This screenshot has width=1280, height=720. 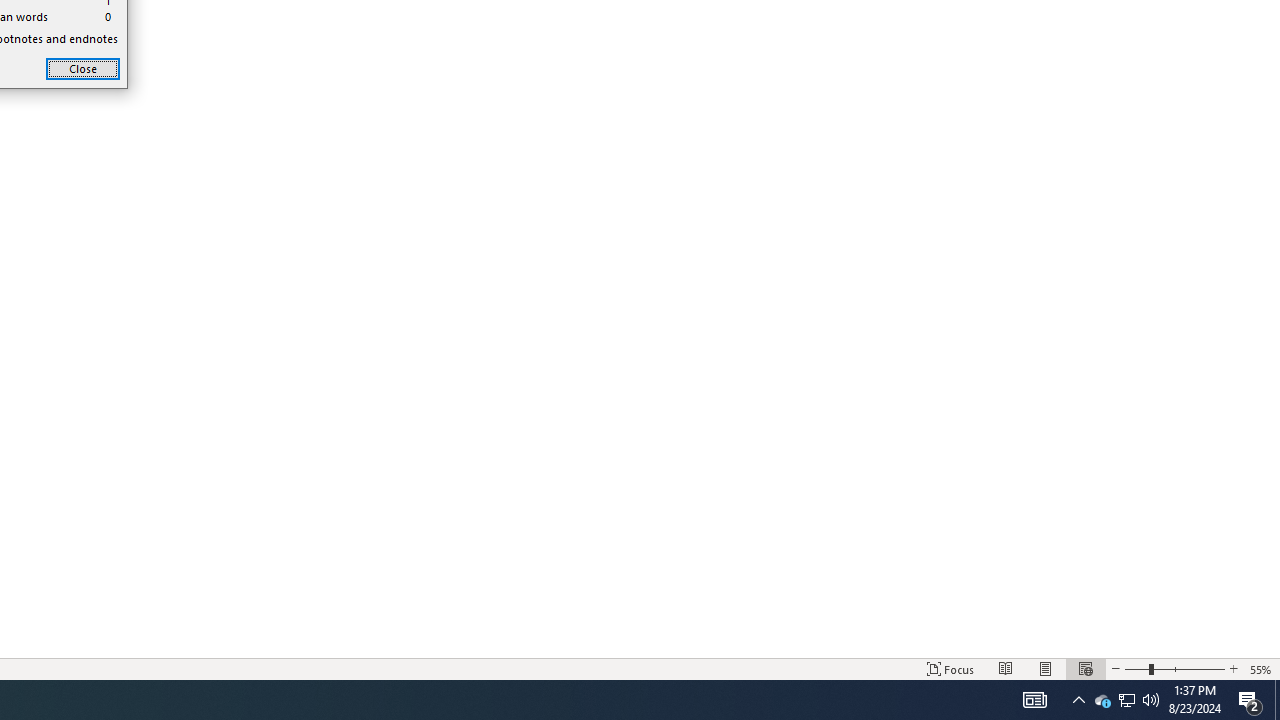 I want to click on 'Zoom 55%', so click(x=1260, y=669).